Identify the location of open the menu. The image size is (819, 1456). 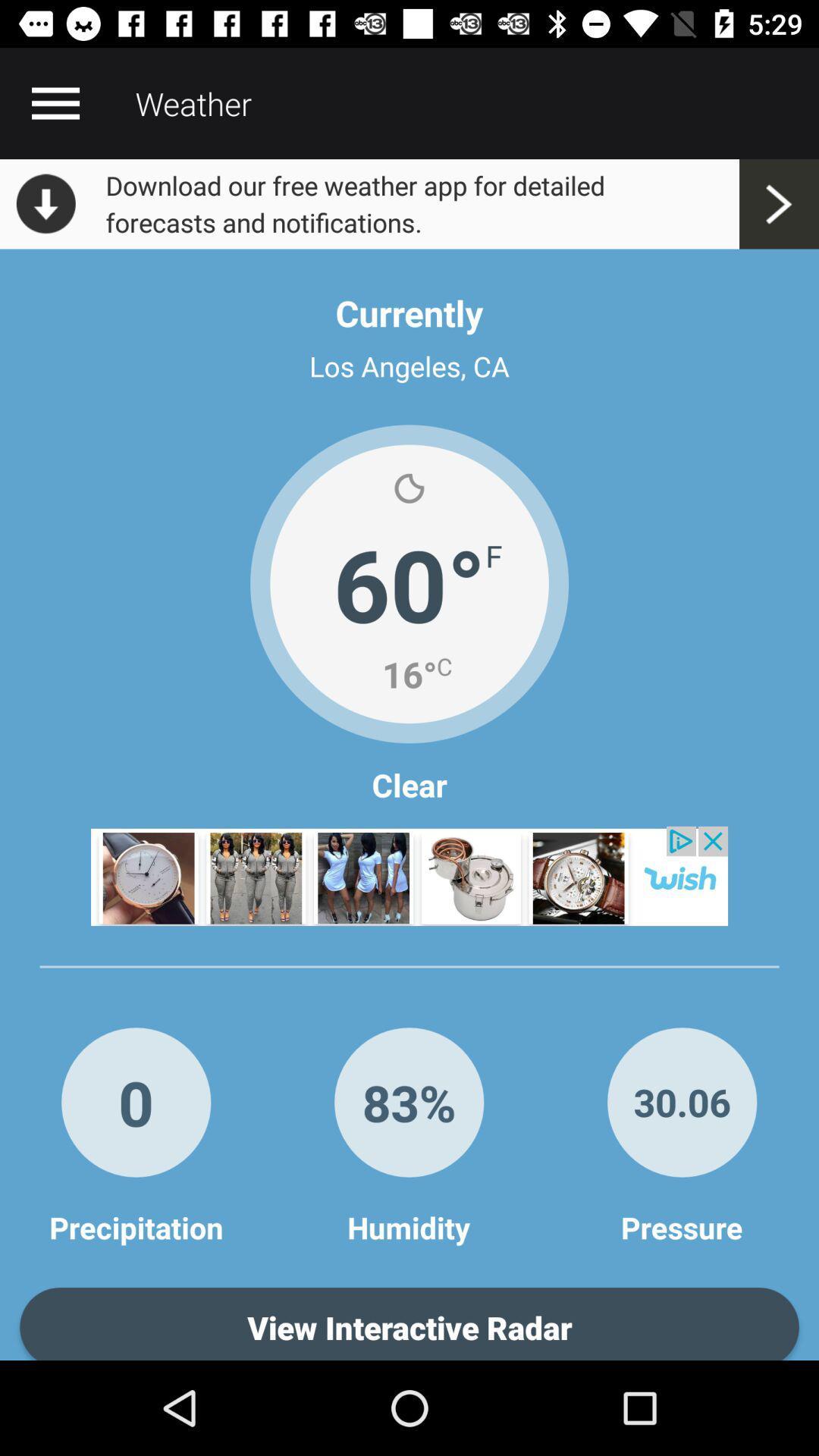
(55, 102).